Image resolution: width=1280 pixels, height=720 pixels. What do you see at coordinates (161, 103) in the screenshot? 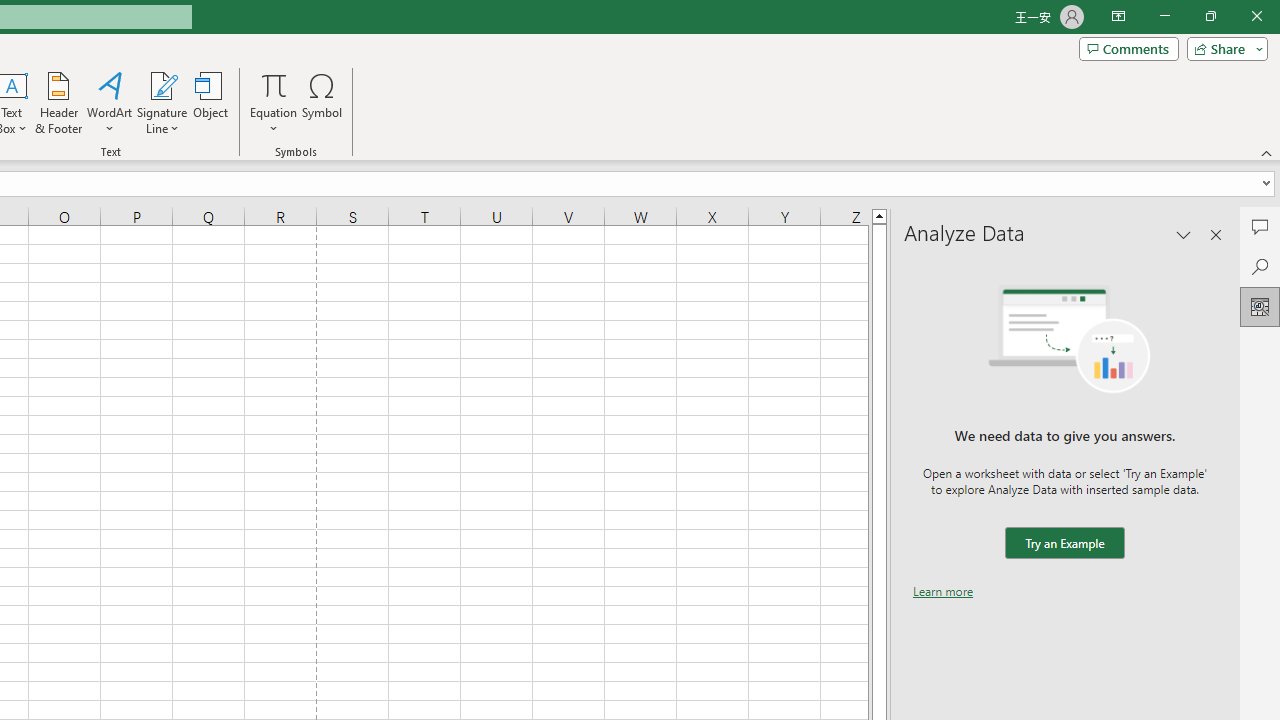
I see `'Signature Line'` at bounding box center [161, 103].